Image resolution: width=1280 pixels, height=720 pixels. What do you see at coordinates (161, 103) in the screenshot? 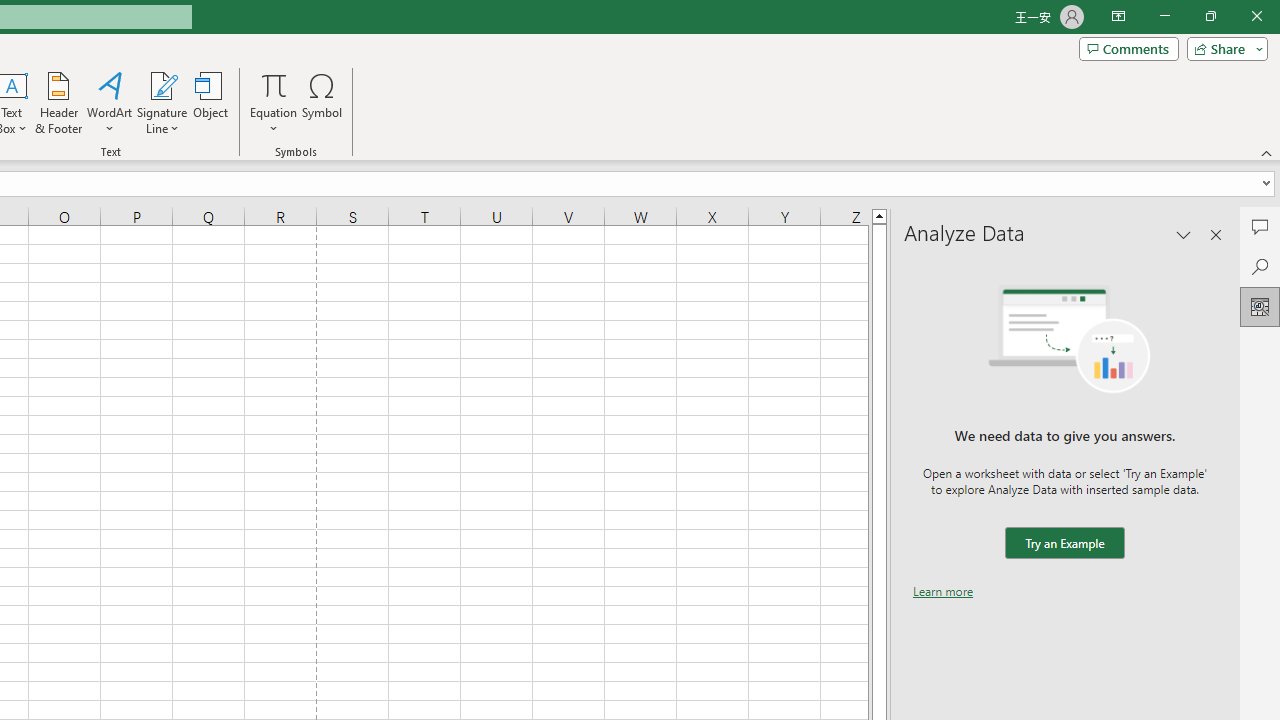
I see `'Signature Line'` at bounding box center [161, 103].